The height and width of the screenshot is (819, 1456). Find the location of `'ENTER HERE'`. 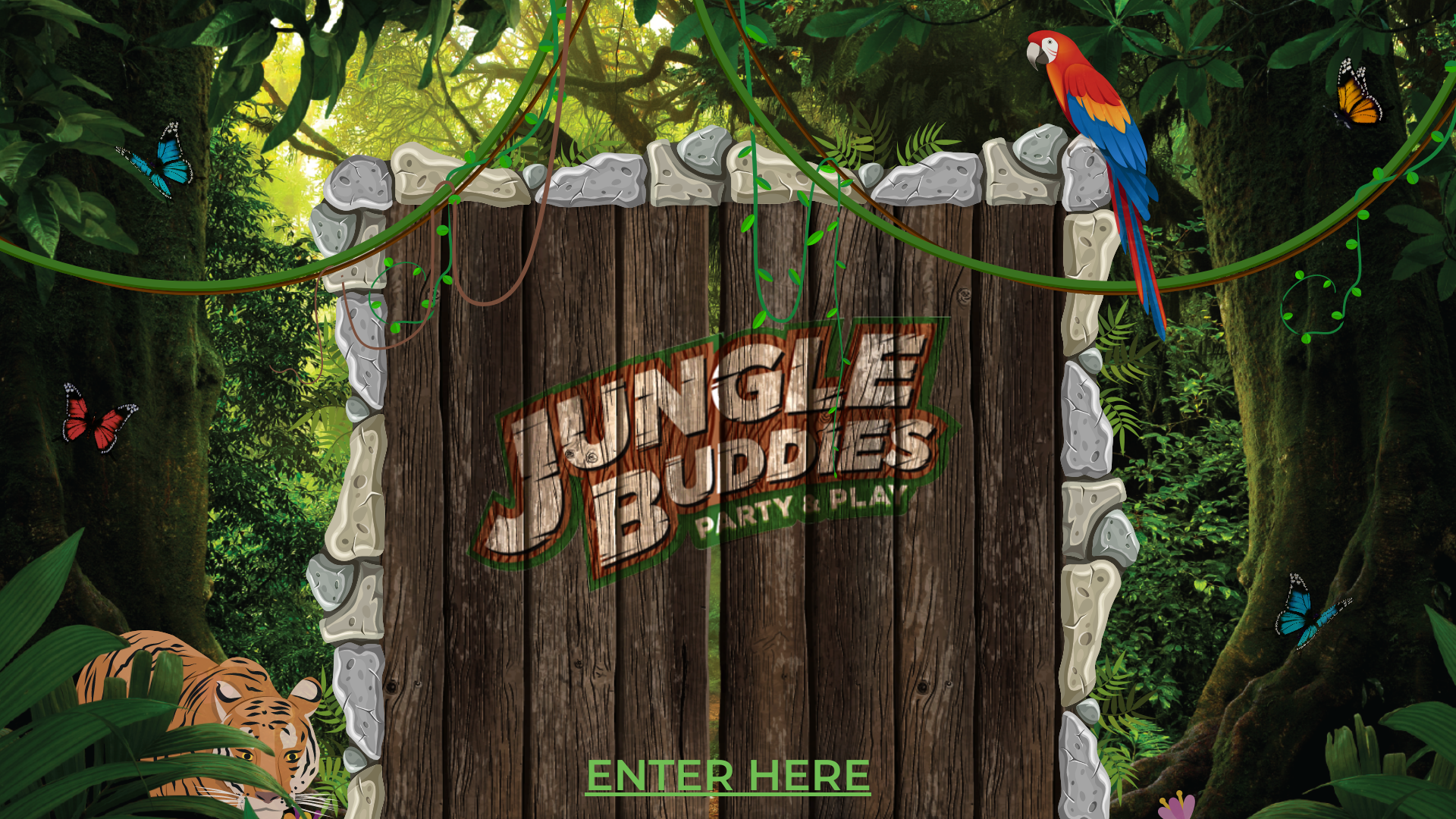

'ENTER HERE' is located at coordinates (728, 774).